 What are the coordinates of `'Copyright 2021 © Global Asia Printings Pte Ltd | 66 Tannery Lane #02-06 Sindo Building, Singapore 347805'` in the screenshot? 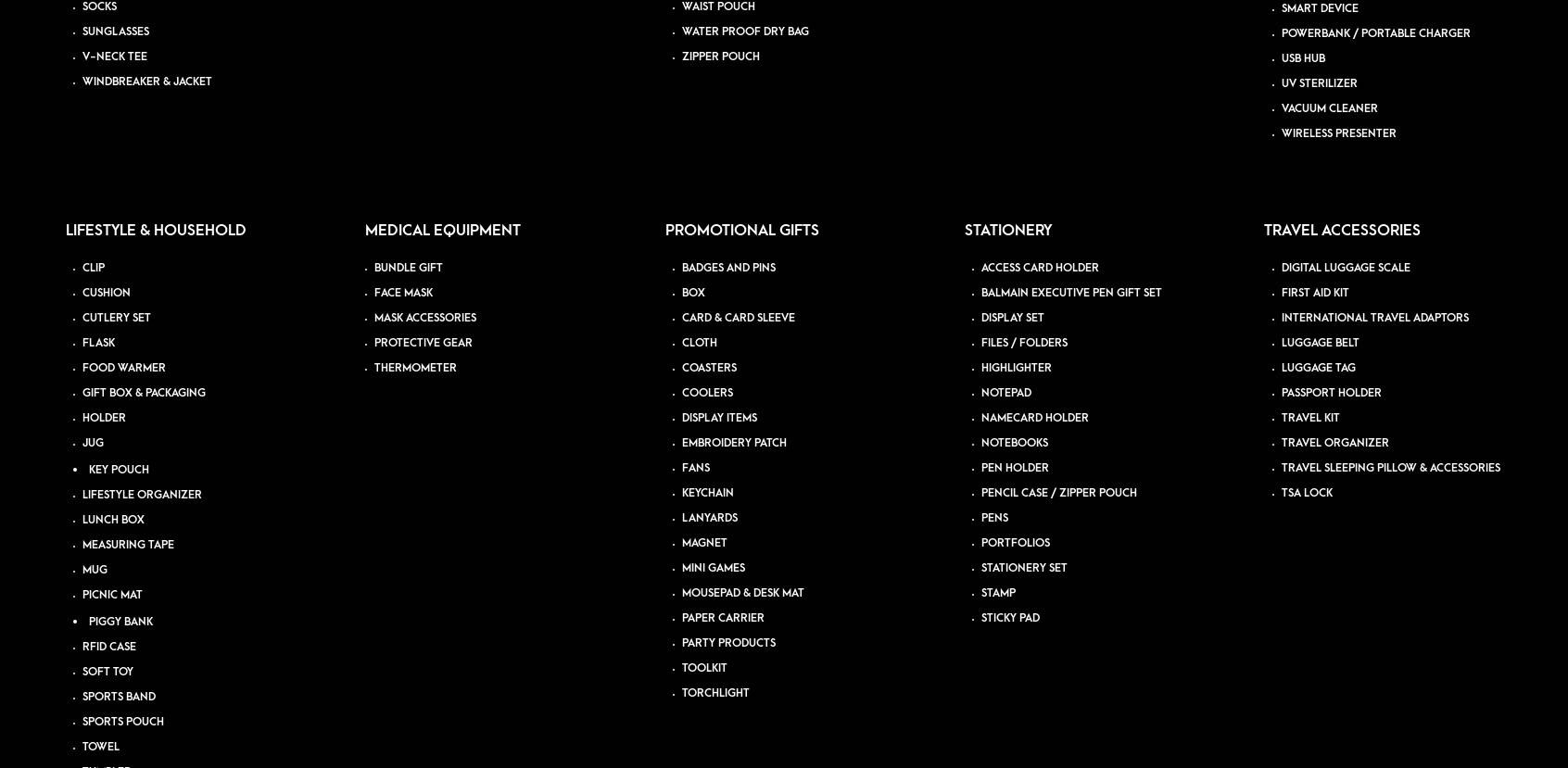 It's located at (365, 339).